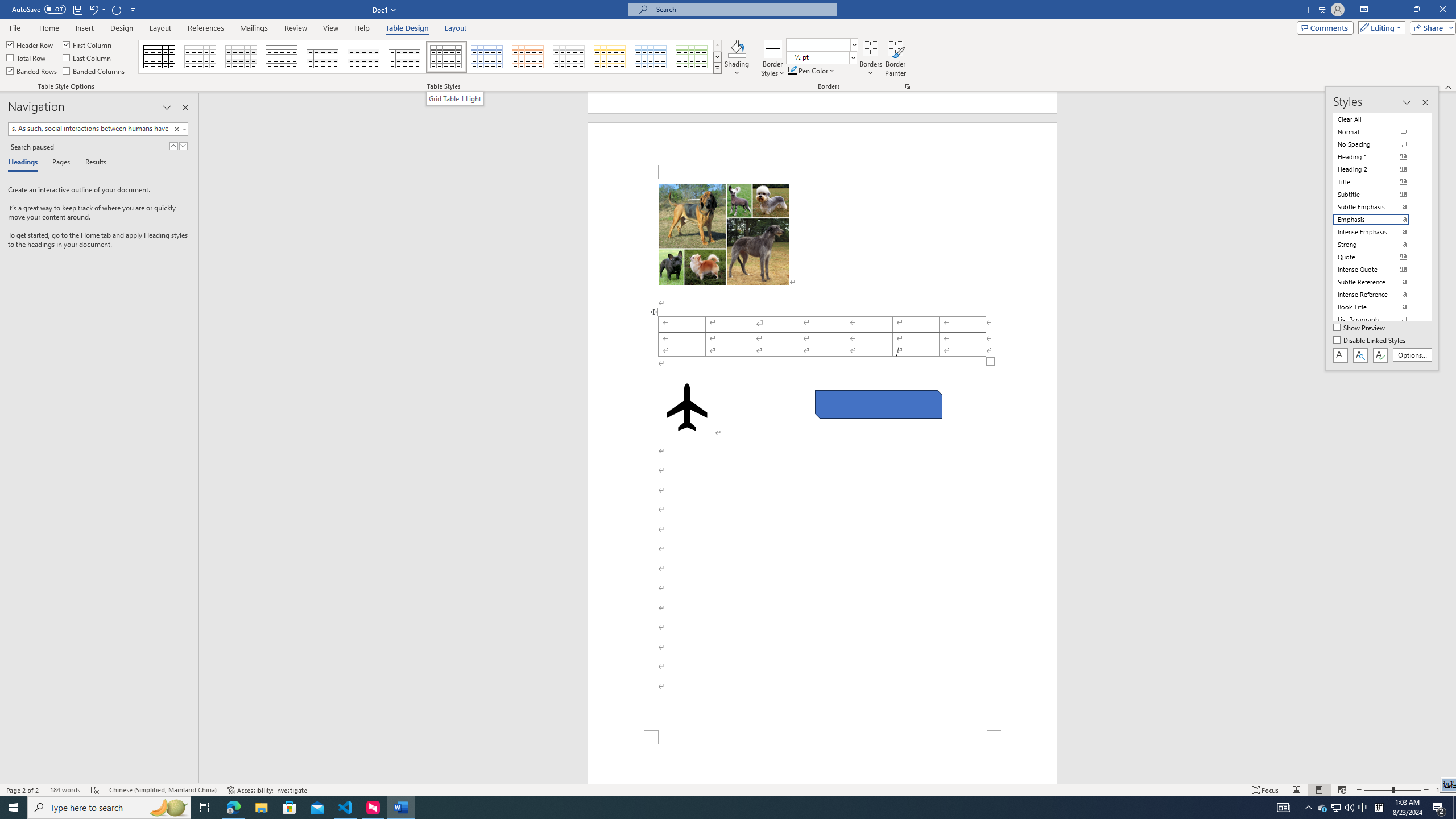  Describe the element at coordinates (528, 56) in the screenshot. I see `'Grid Table 1 Light - Accent 2'` at that location.